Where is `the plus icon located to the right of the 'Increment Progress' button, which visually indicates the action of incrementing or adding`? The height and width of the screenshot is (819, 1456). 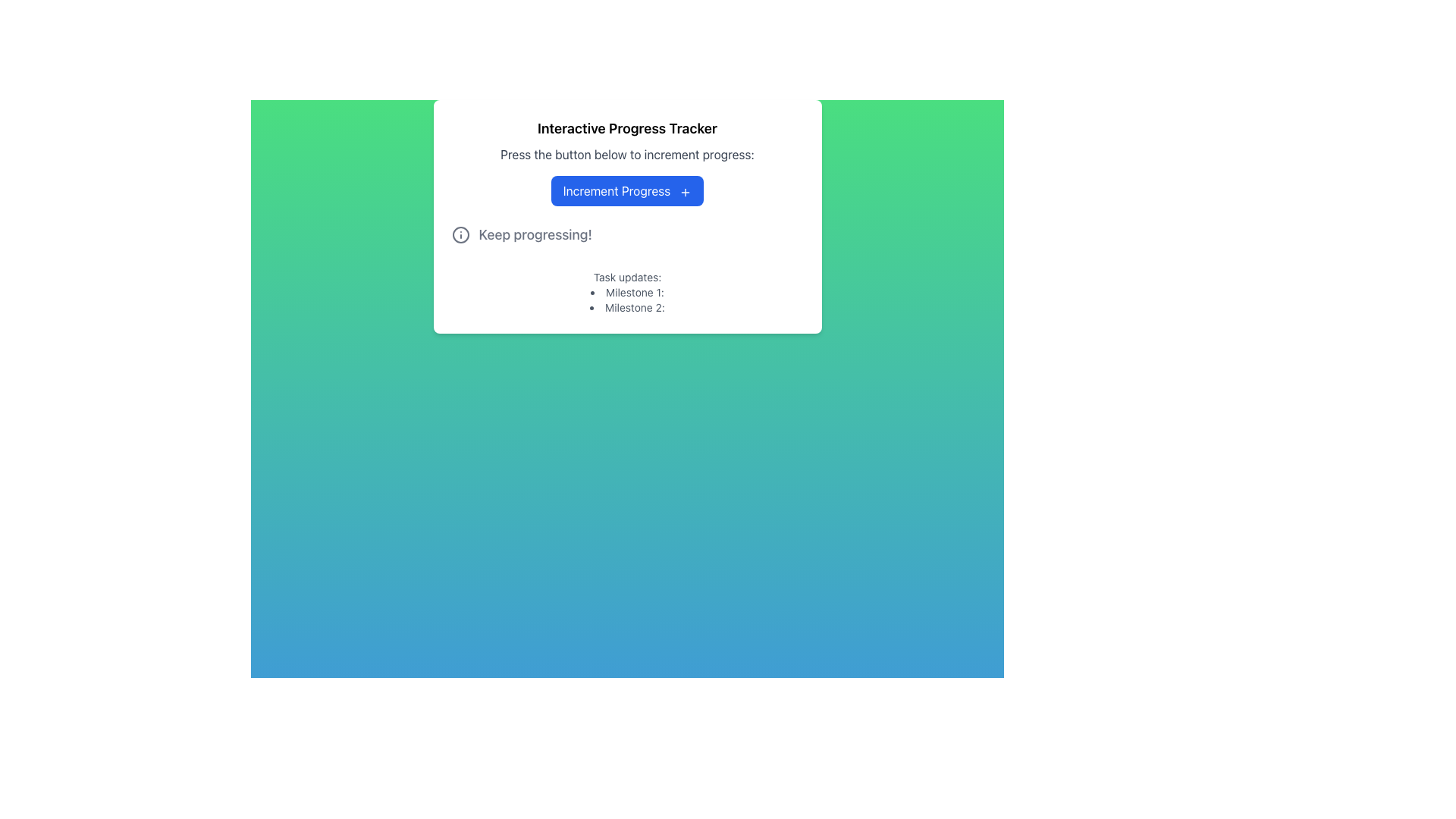 the plus icon located to the right of the 'Increment Progress' button, which visually indicates the action of incrementing or adding is located at coordinates (685, 191).